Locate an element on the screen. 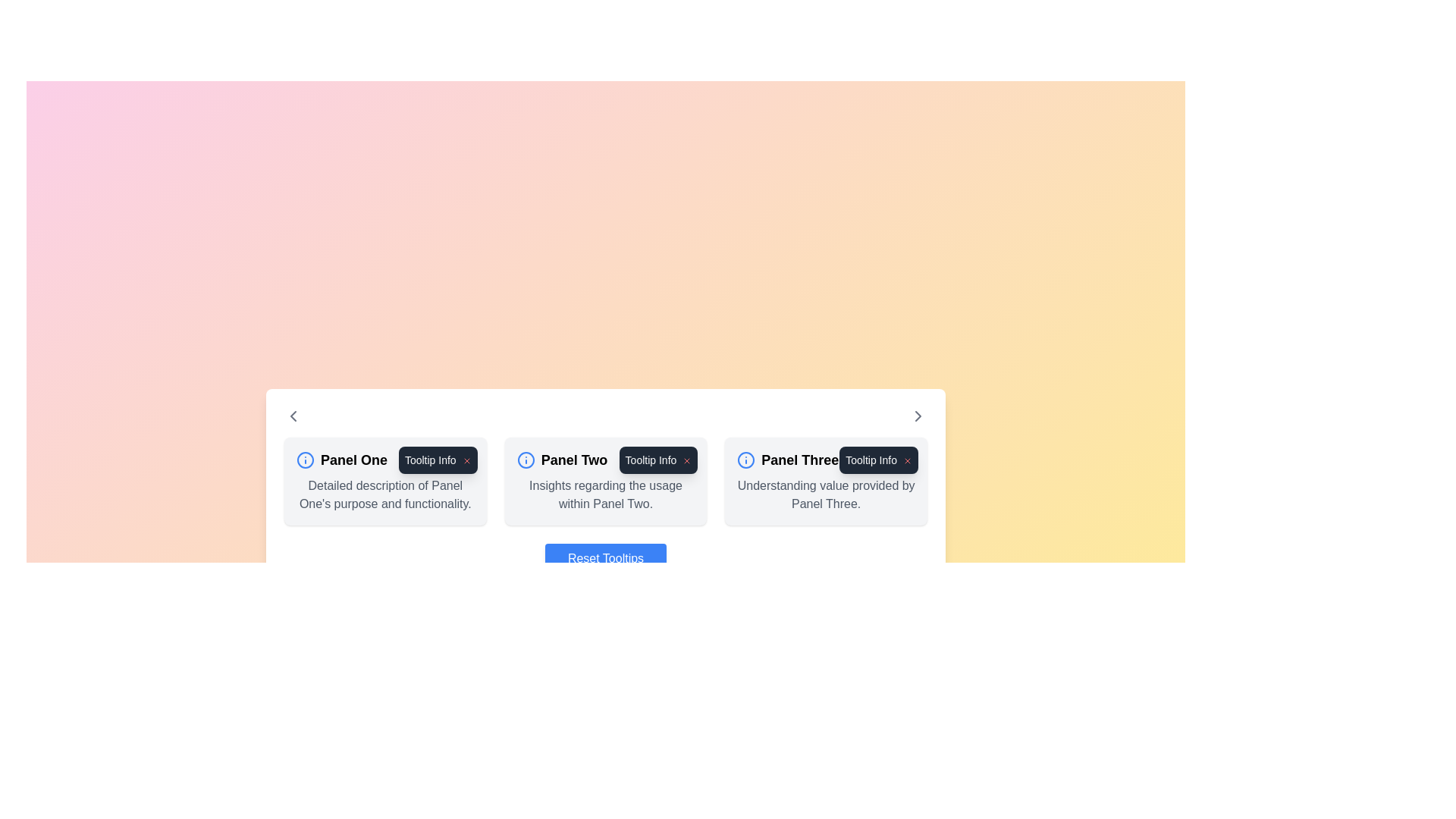  the info icon located in the header of the first panel is located at coordinates (385, 459).